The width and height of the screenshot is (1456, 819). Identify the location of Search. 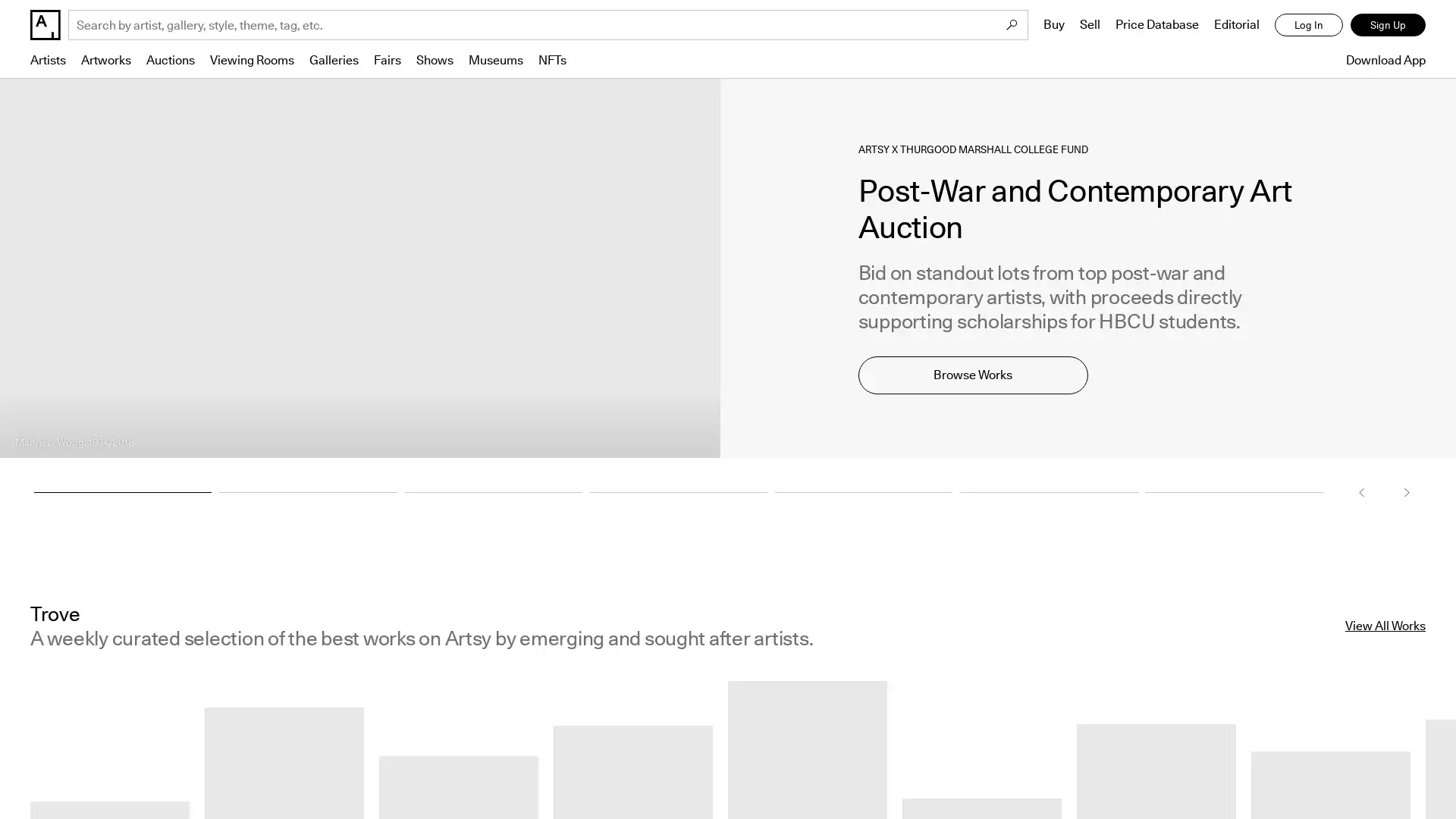
(1012, 25).